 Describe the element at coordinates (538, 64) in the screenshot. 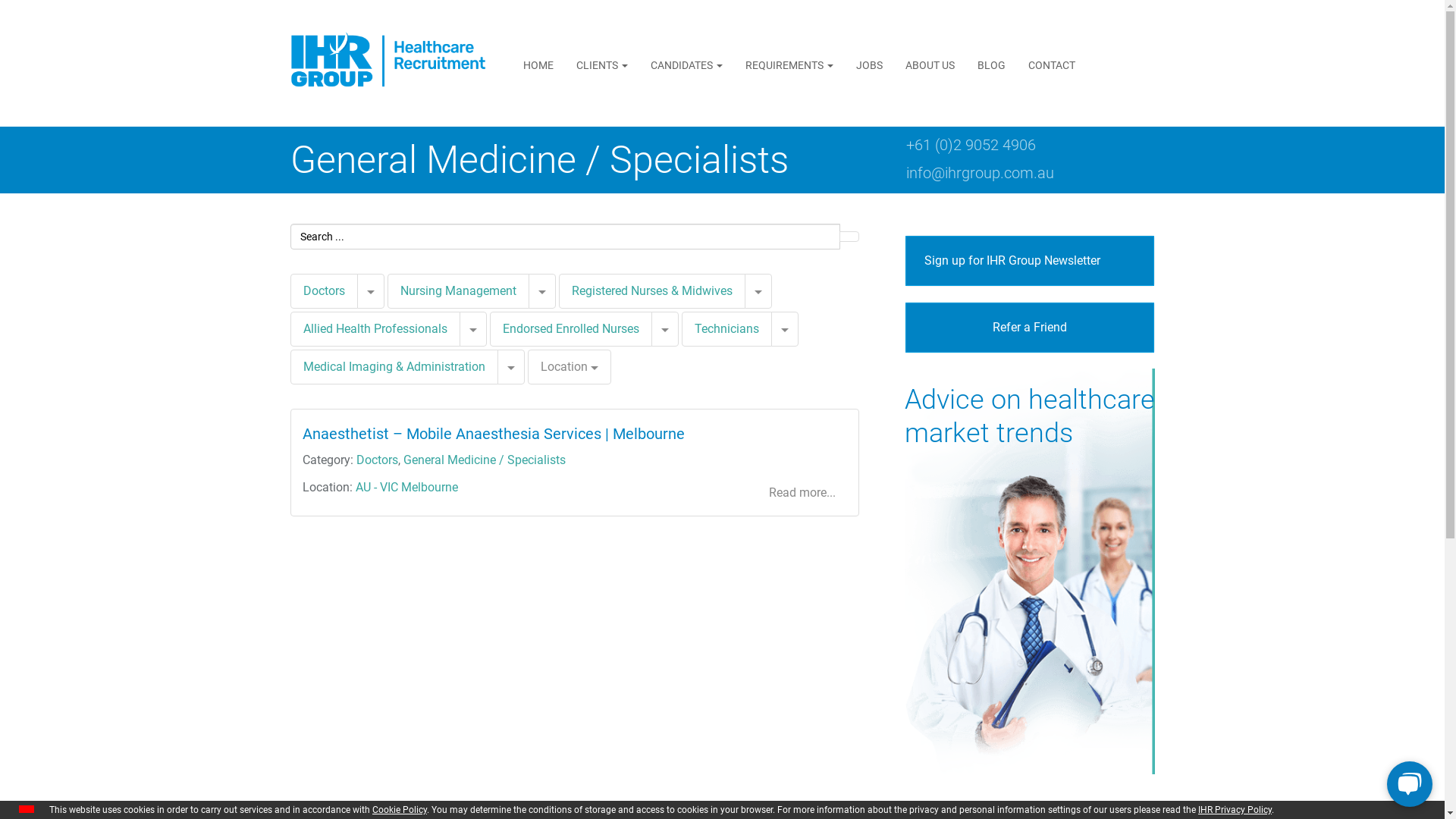

I see `'HOME'` at that location.